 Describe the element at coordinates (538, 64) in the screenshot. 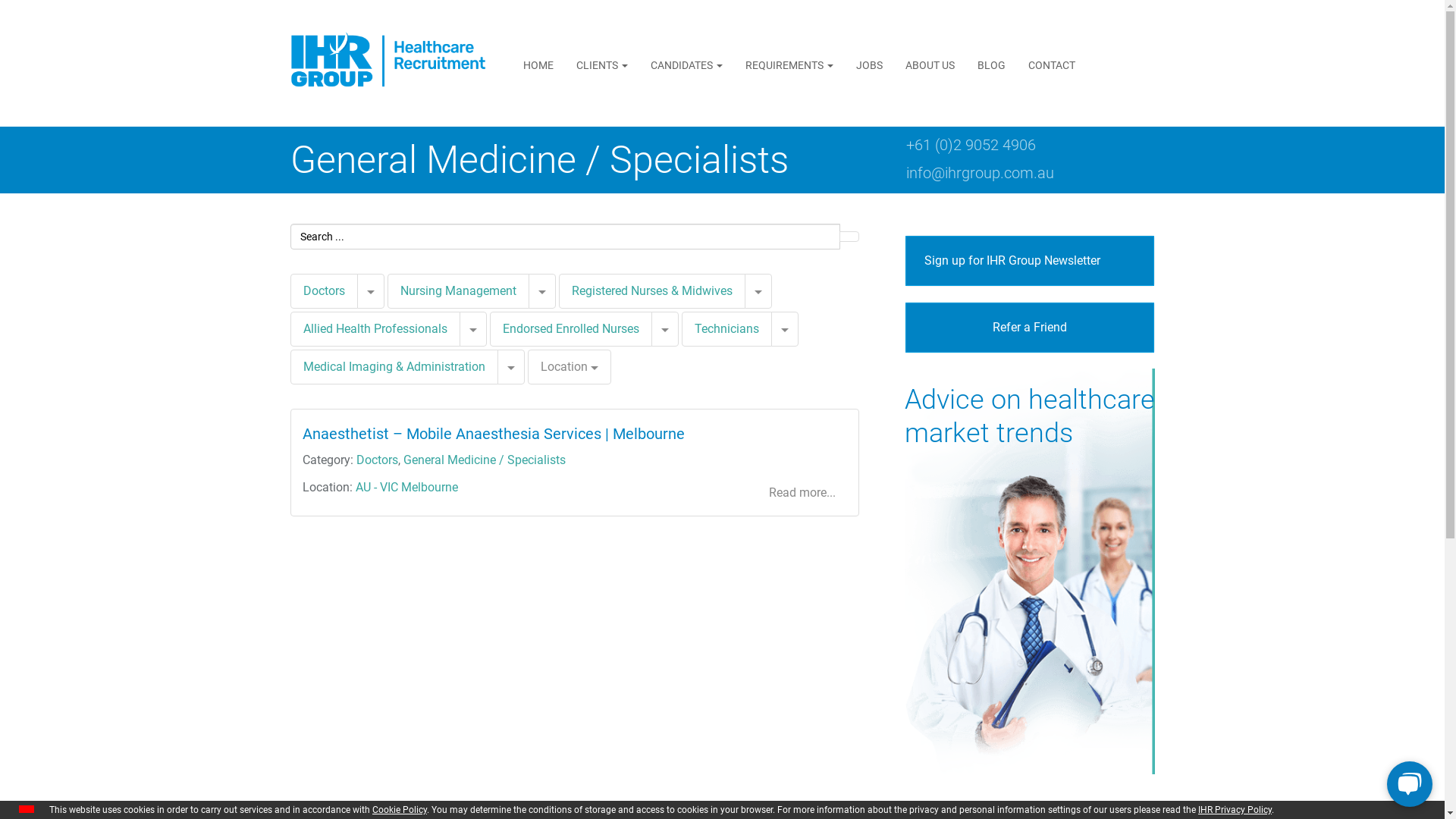

I see `'HOME'` at that location.